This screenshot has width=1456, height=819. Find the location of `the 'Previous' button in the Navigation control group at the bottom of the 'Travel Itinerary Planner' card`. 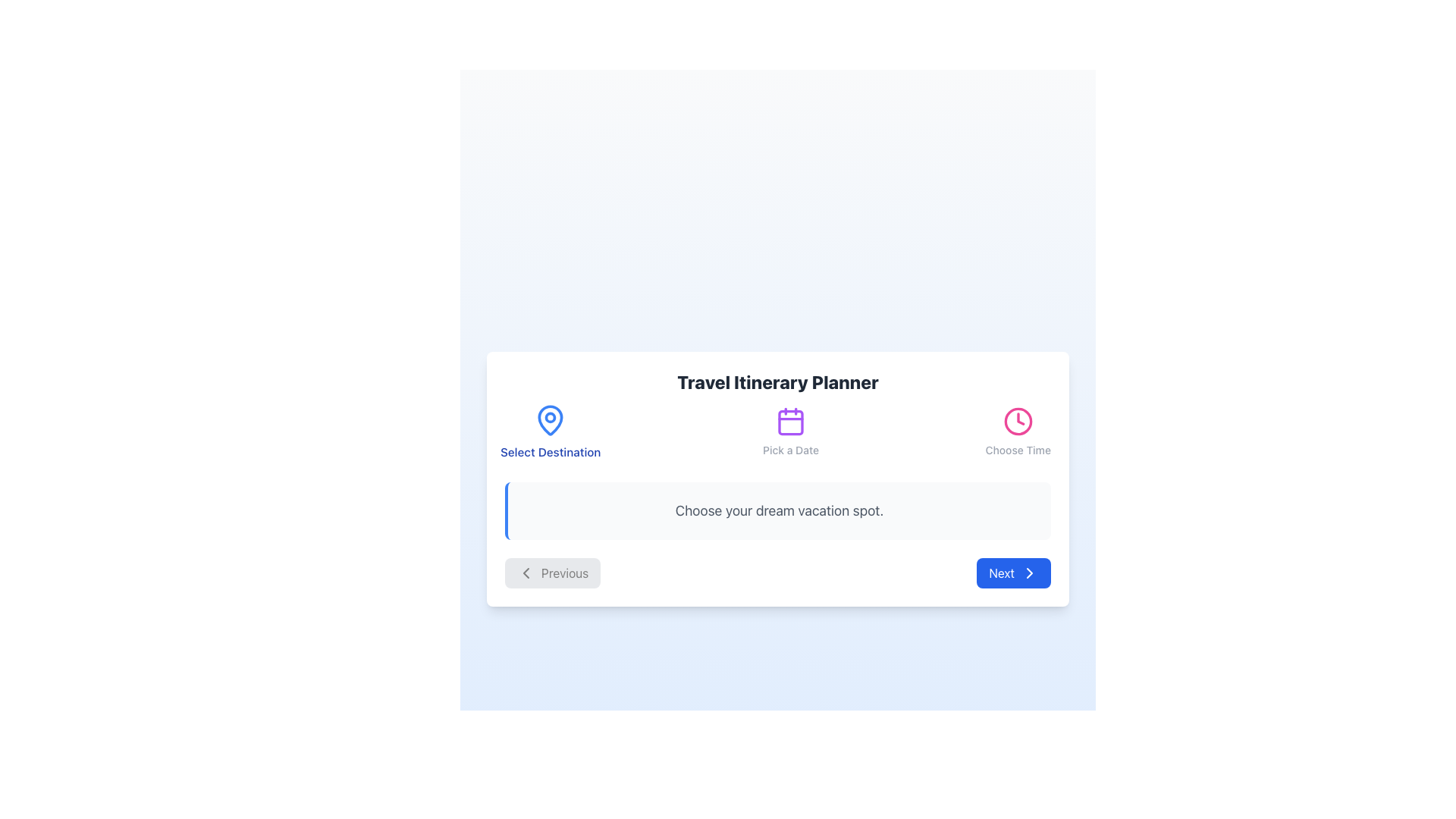

the 'Previous' button in the Navigation control group at the bottom of the 'Travel Itinerary Planner' card is located at coordinates (778, 573).